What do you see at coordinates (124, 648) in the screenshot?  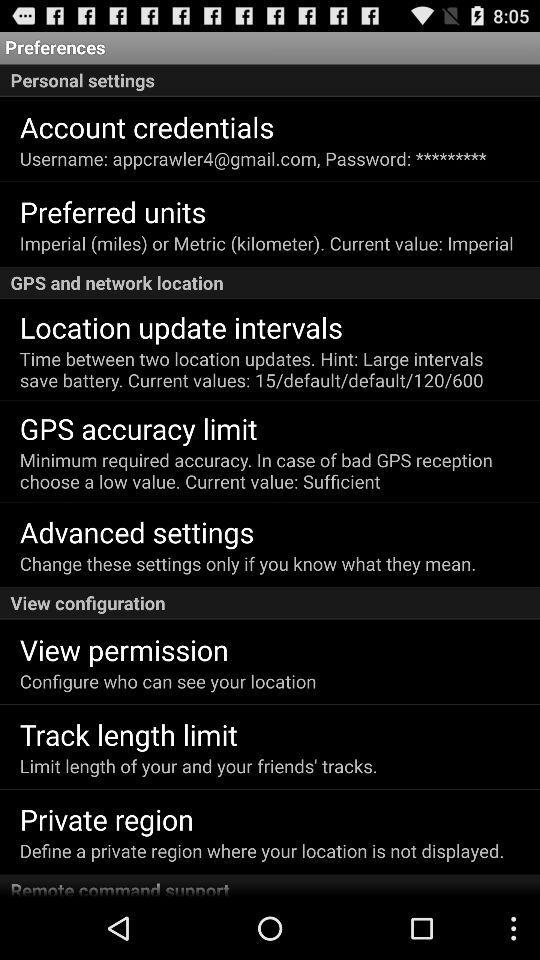 I see `view permission` at bounding box center [124, 648].